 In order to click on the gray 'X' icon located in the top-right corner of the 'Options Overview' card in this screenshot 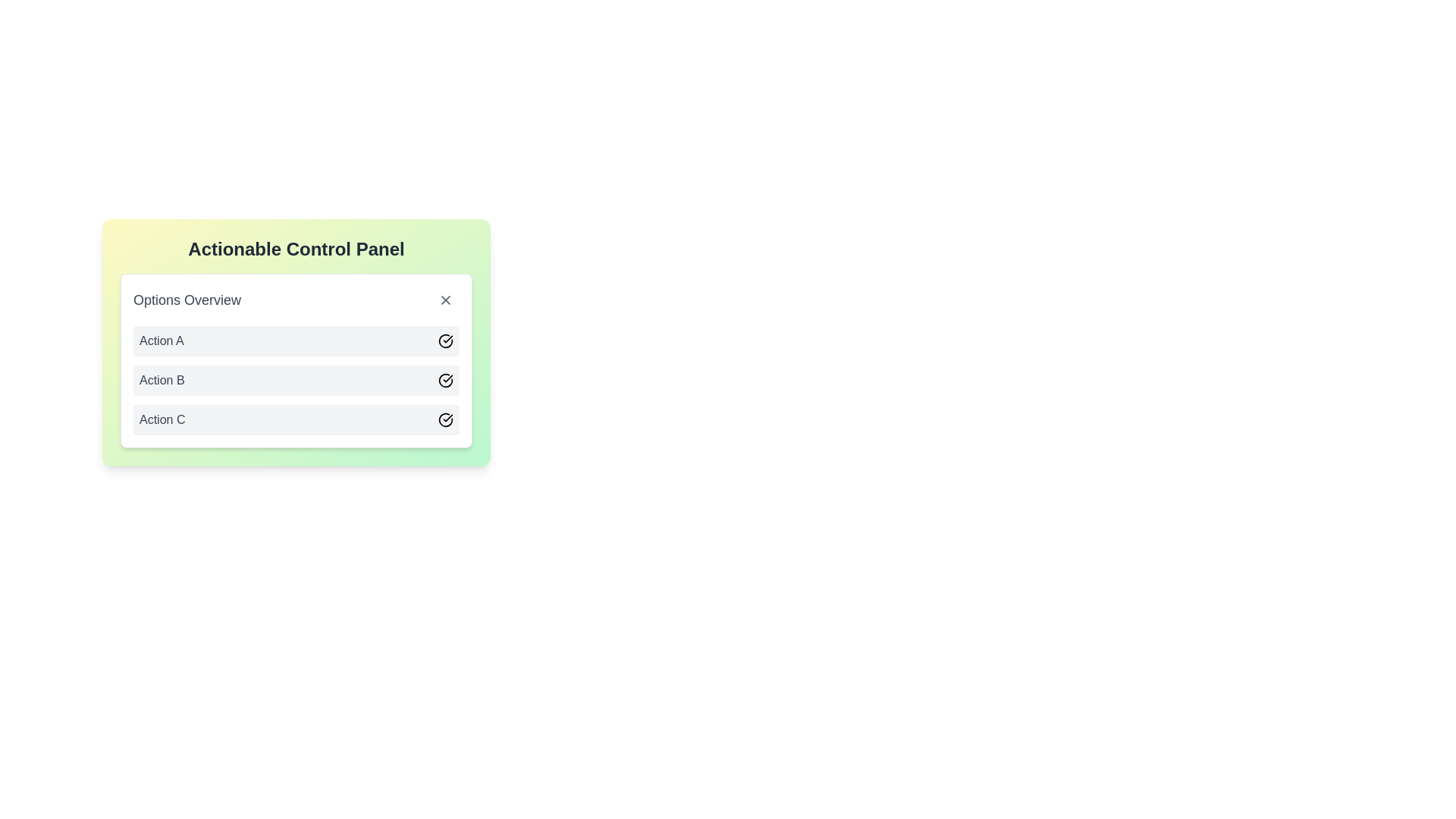, I will do `click(445, 300)`.